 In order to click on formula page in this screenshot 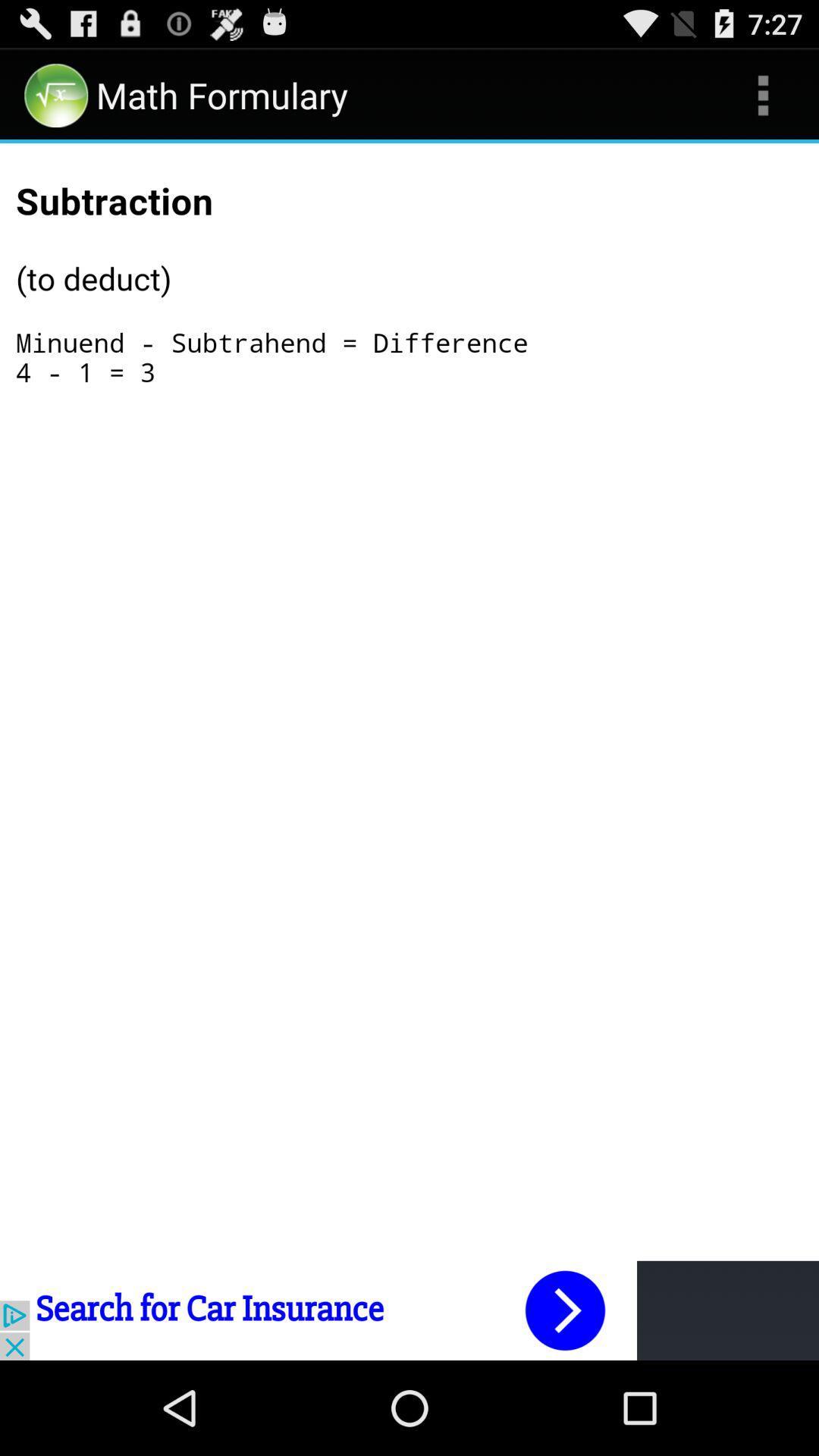, I will do `click(409, 306)`.